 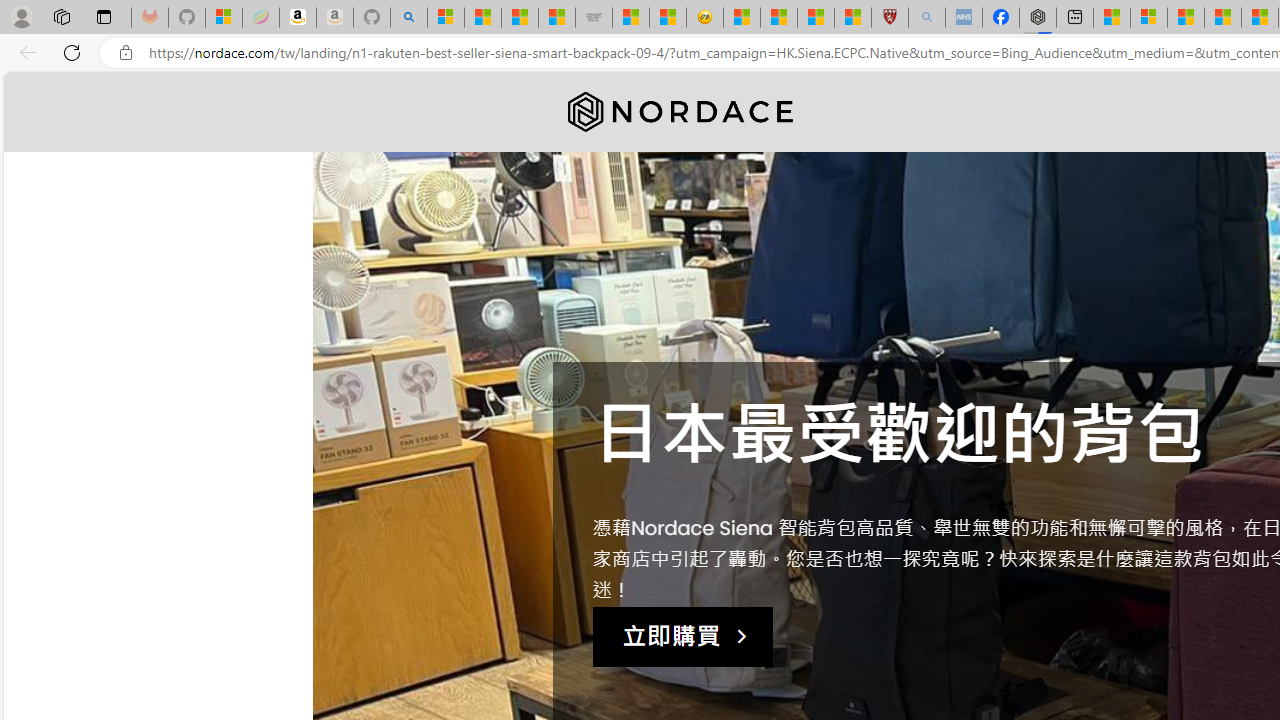 What do you see at coordinates (125, 52) in the screenshot?
I see `'View site information'` at bounding box center [125, 52].